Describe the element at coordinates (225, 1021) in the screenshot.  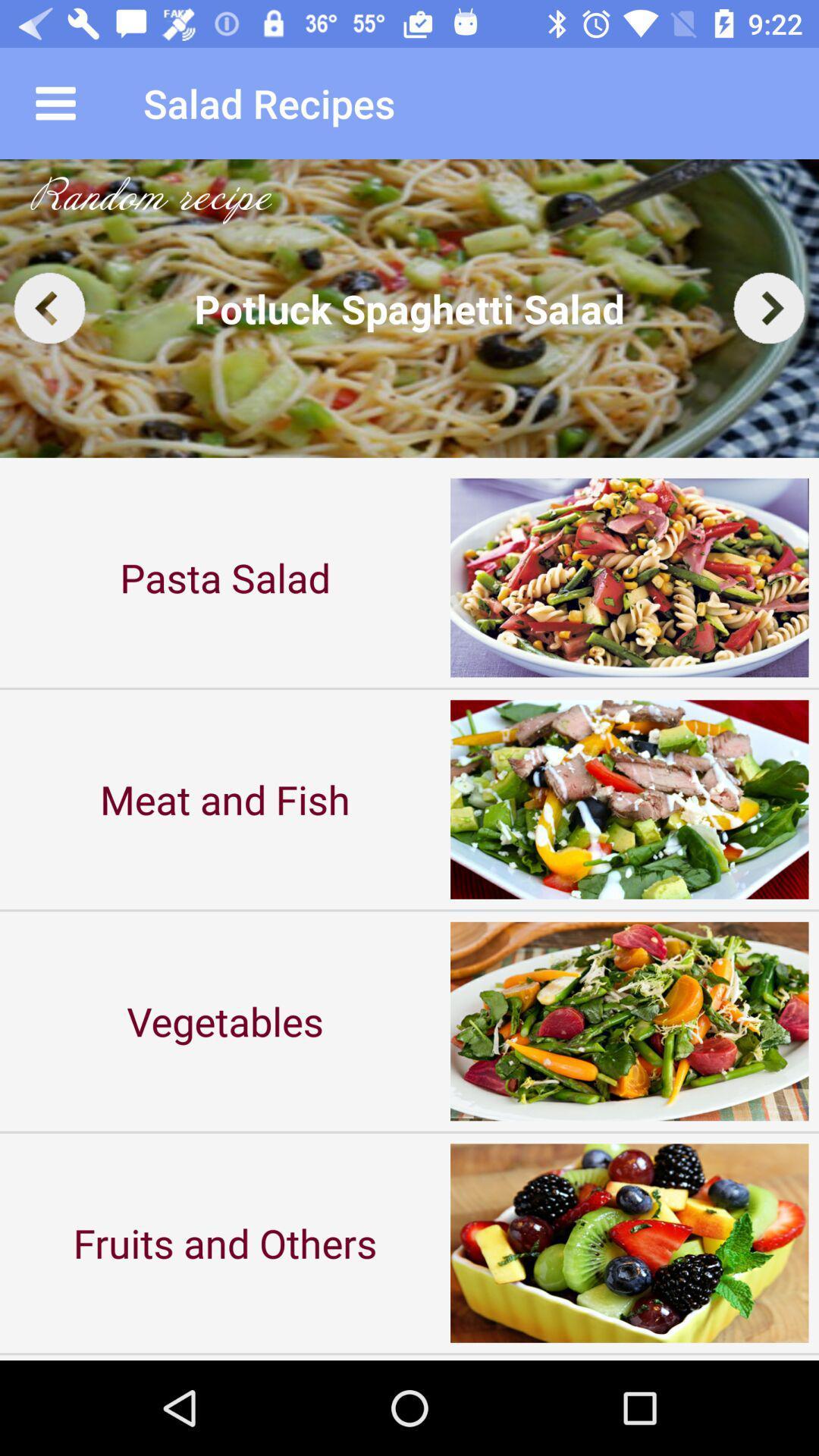
I see `vegetables` at that location.